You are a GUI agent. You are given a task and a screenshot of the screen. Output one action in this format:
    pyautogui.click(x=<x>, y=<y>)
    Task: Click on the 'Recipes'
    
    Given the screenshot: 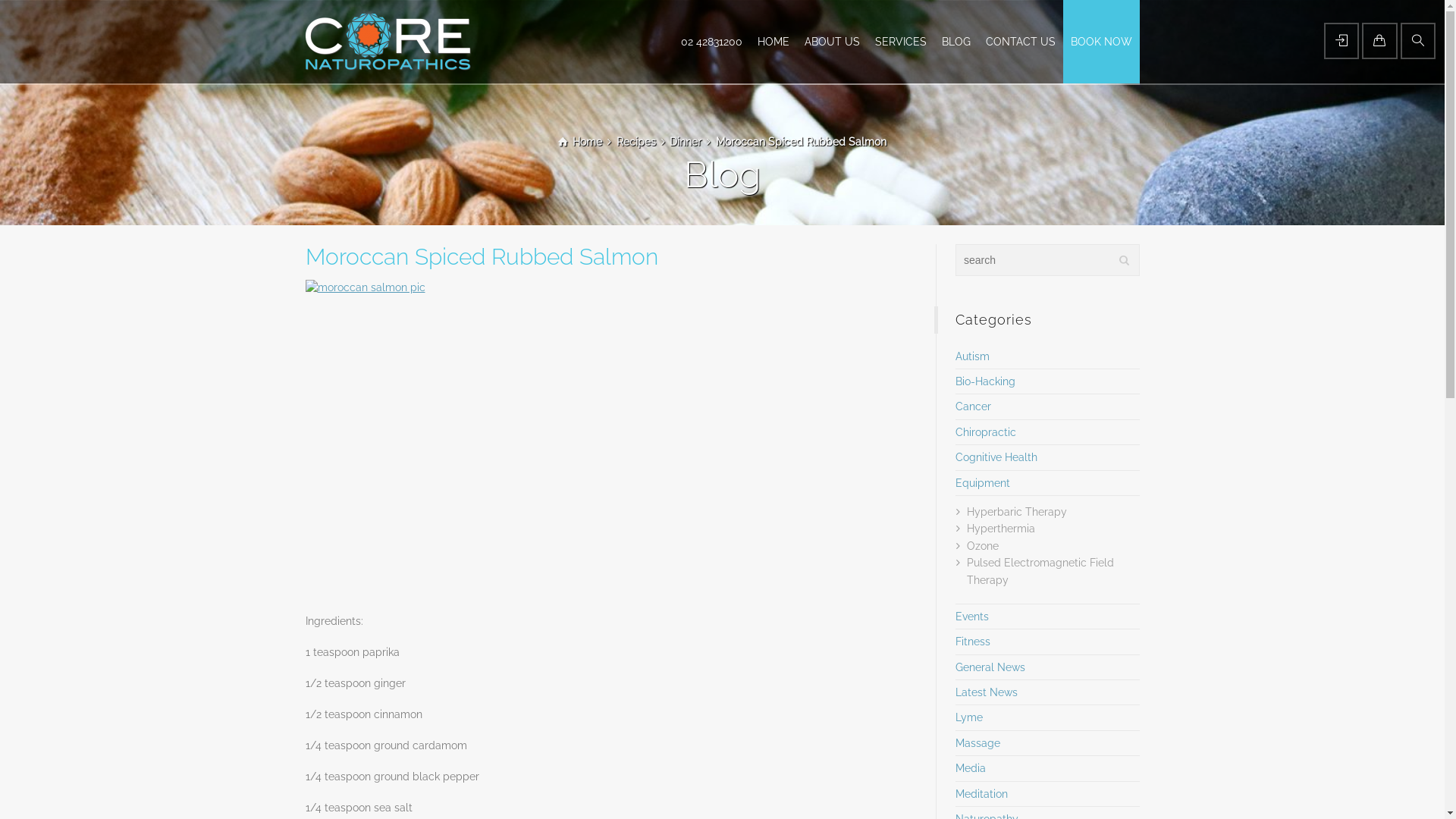 What is the action you would take?
    pyautogui.click(x=636, y=141)
    